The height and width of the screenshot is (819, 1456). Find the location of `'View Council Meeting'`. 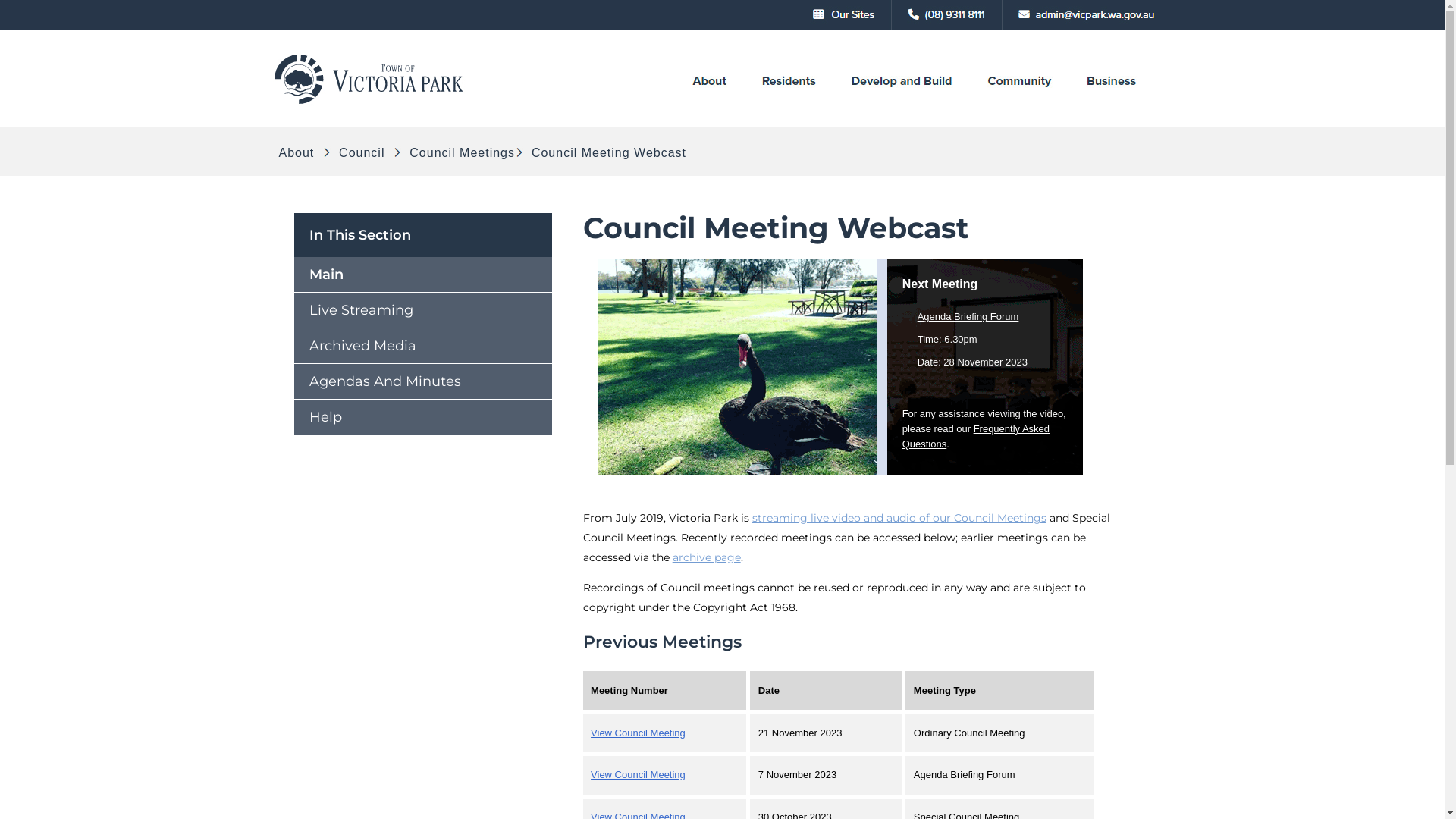

'View Council Meeting' is located at coordinates (638, 774).